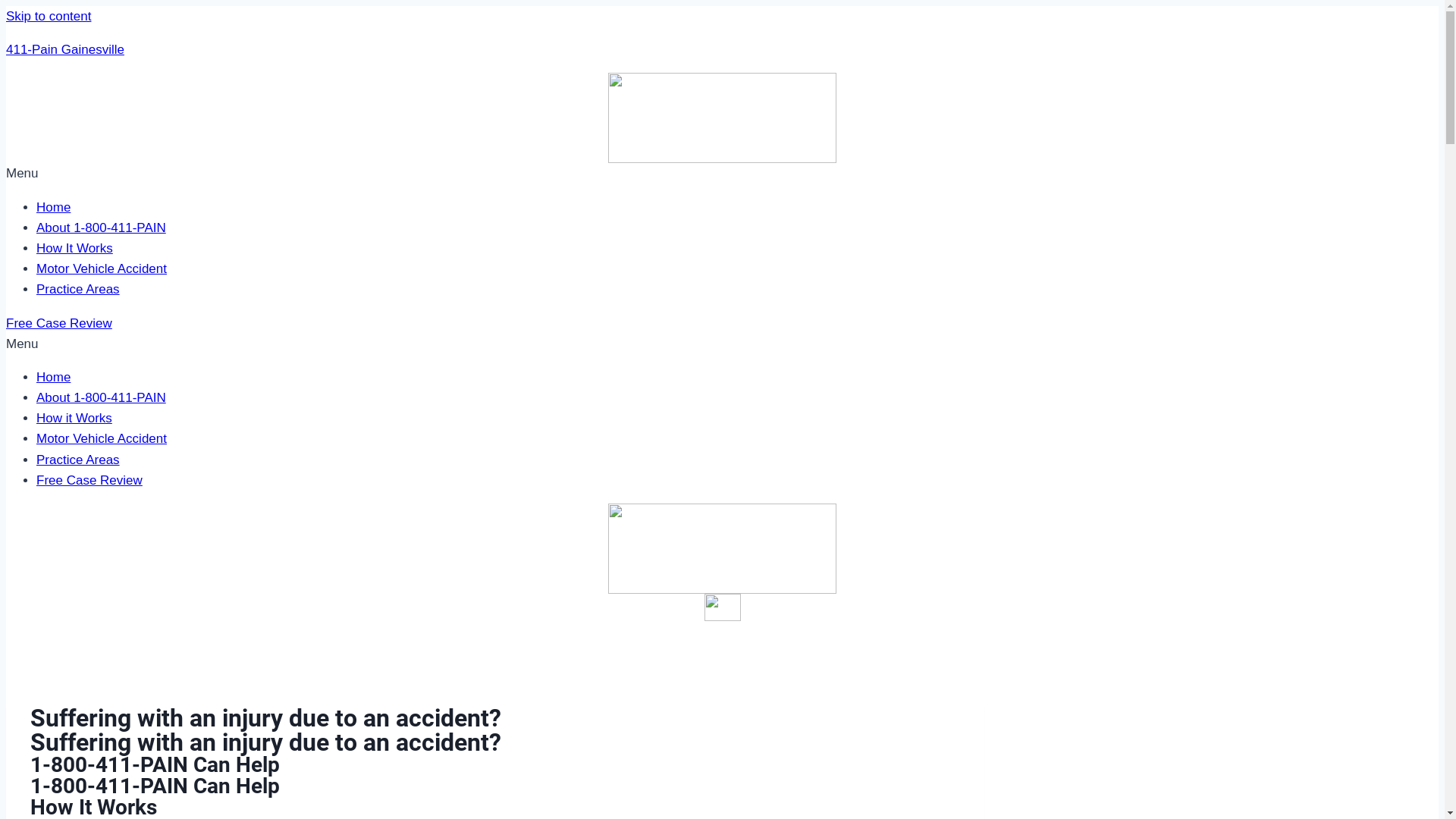  Describe the element at coordinates (53, 376) in the screenshot. I see `'Home'` at that location.